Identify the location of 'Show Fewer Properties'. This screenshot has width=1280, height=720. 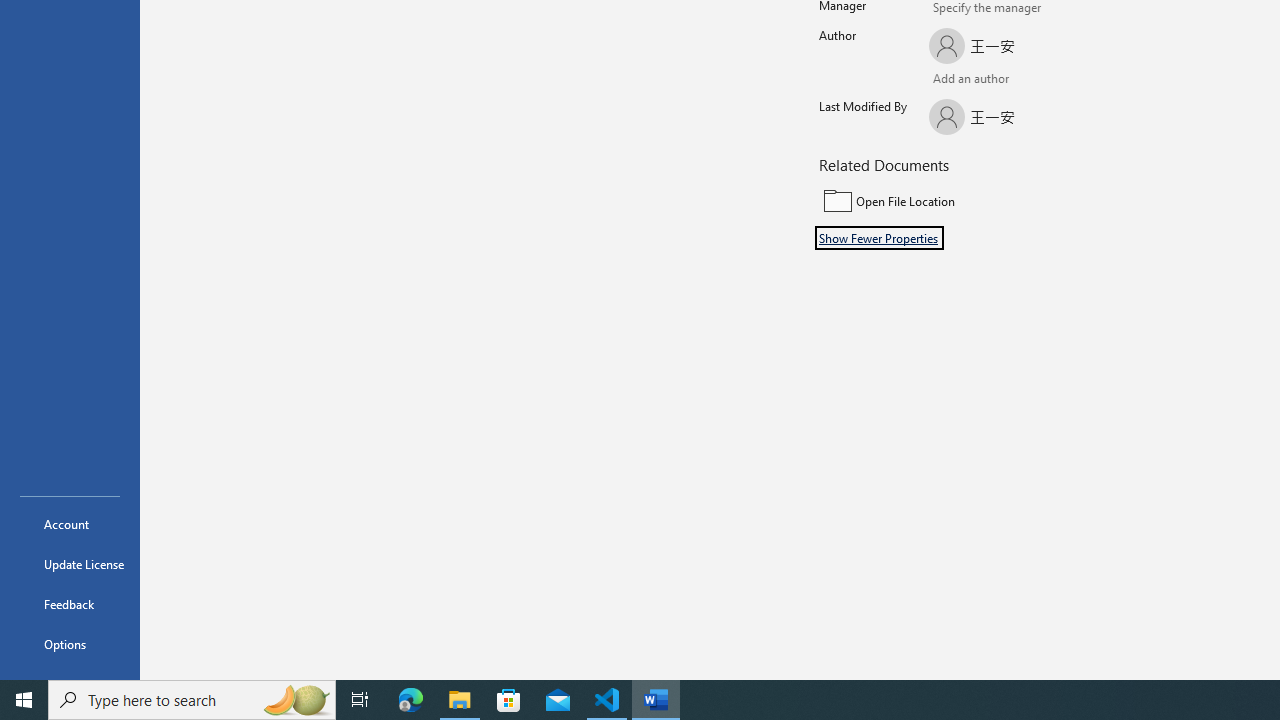
(879, 236).